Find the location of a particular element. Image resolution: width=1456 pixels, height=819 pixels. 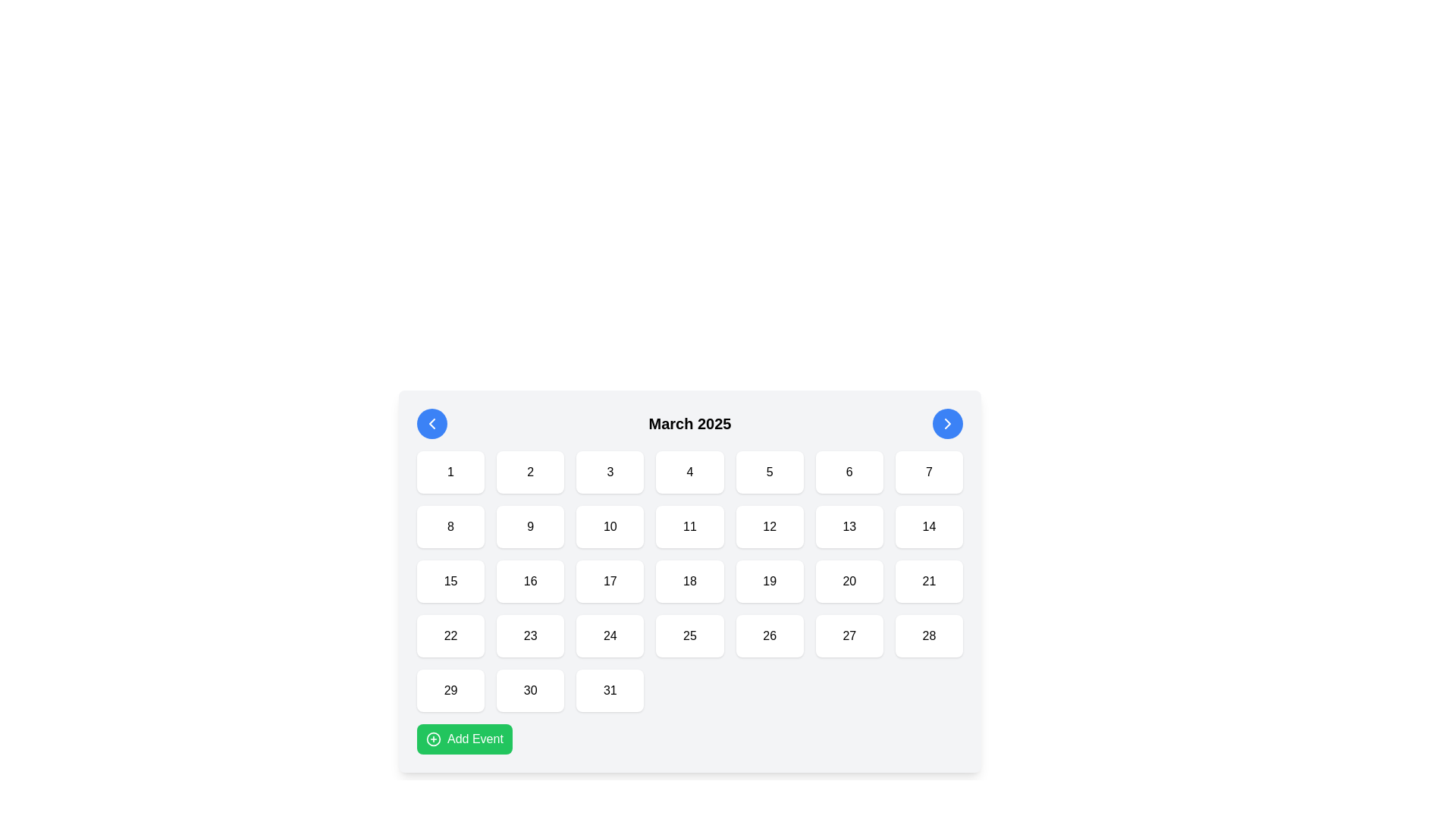

the rectangular button displaying the number '31' in the calendar interface for March 2025 is located at coordinates (610, 690).